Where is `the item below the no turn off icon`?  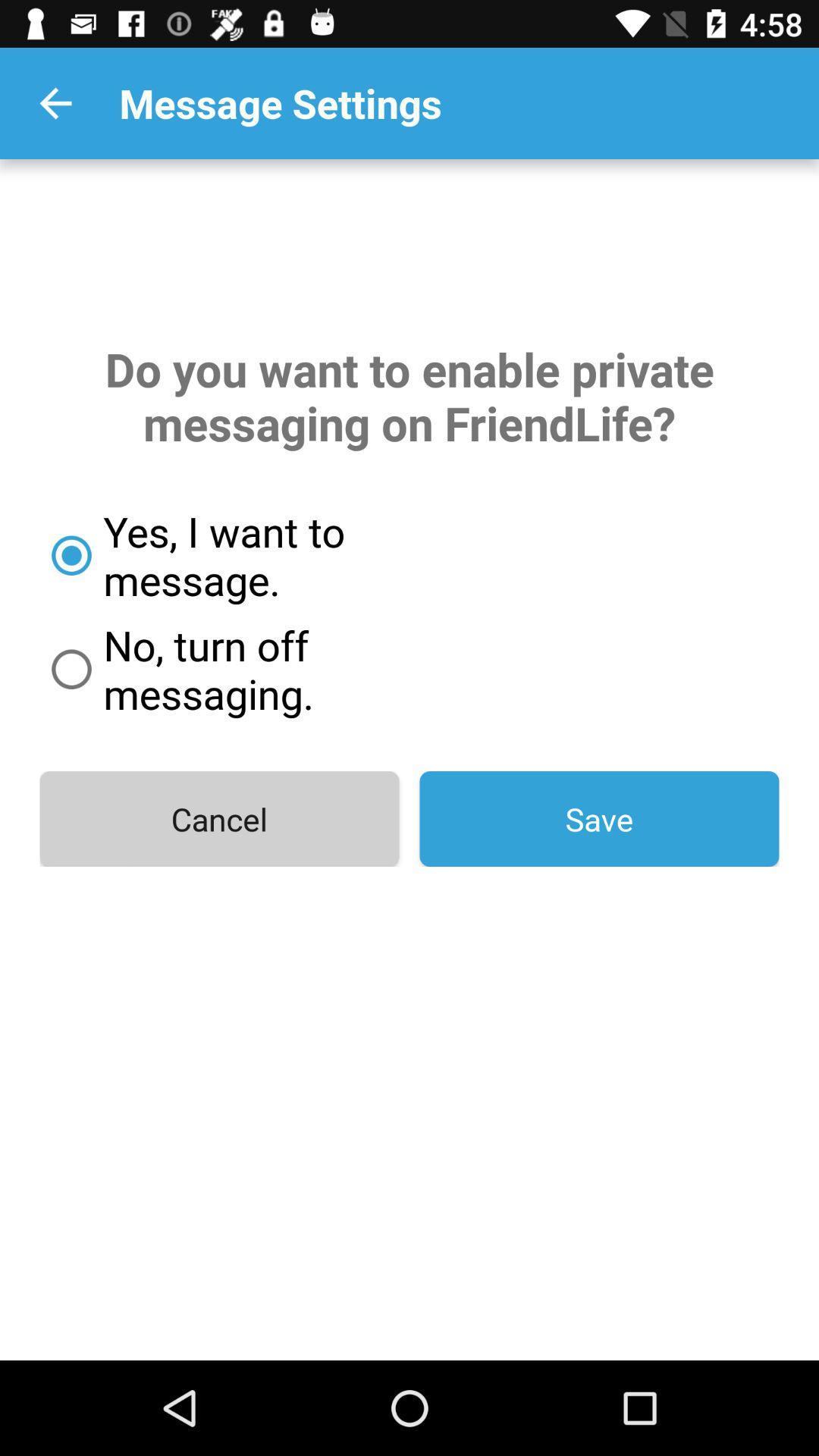
the item below the no turn off icon is located at coordinates (219, 818).